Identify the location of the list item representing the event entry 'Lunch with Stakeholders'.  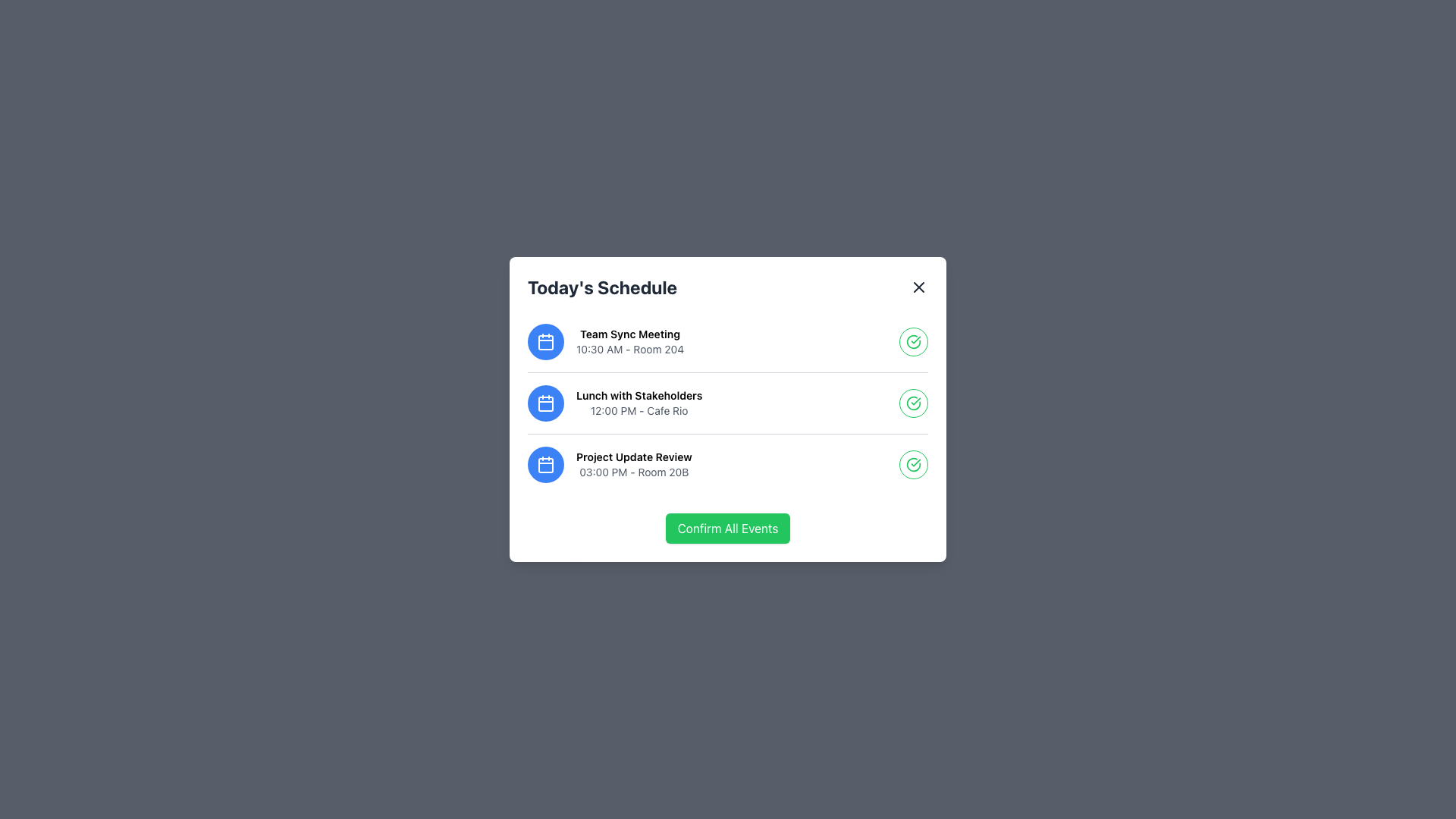
(615, 403).